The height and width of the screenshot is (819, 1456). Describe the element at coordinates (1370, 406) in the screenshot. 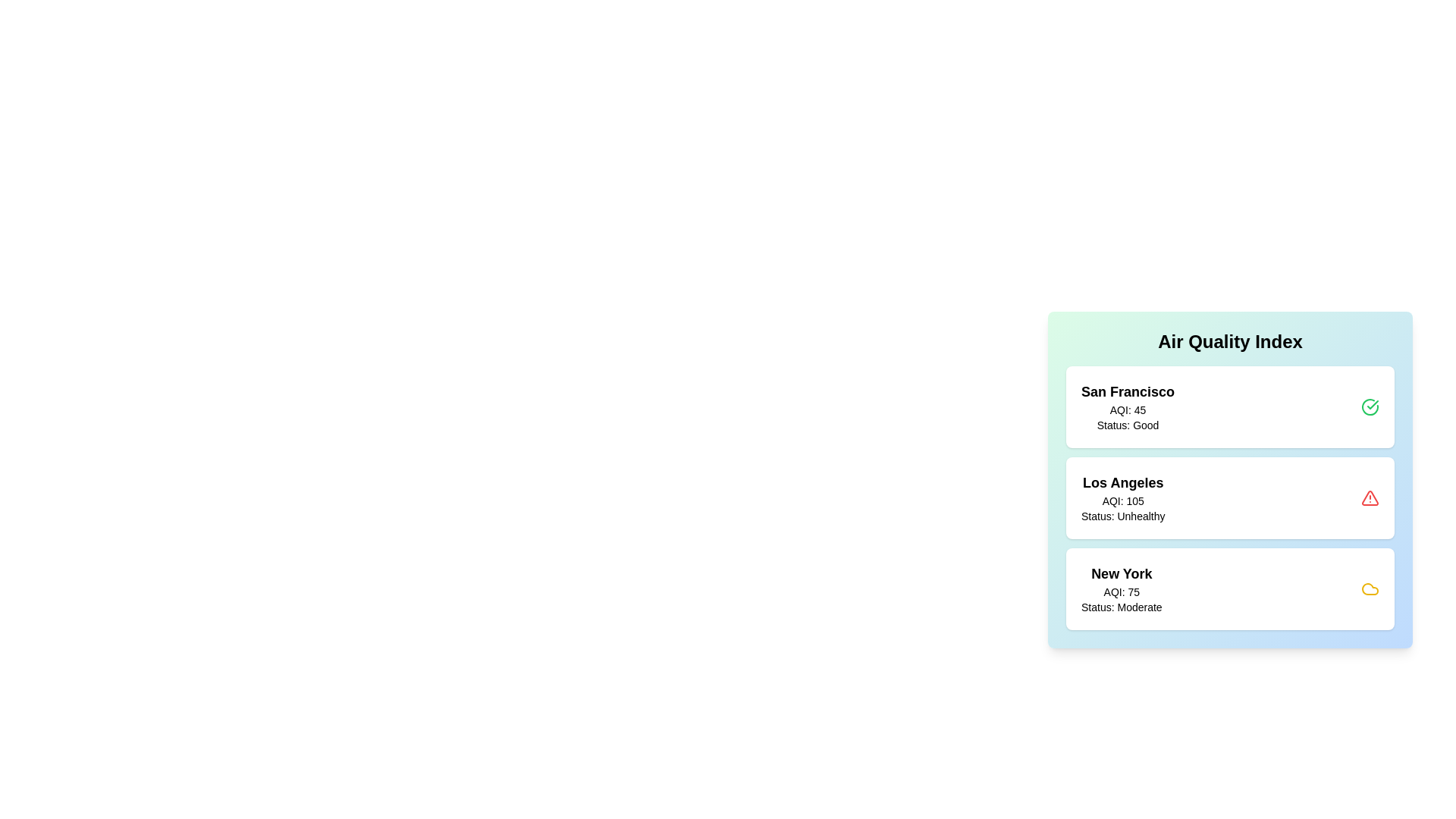

I see `the status icon corresponding to San Francisco` at that location.